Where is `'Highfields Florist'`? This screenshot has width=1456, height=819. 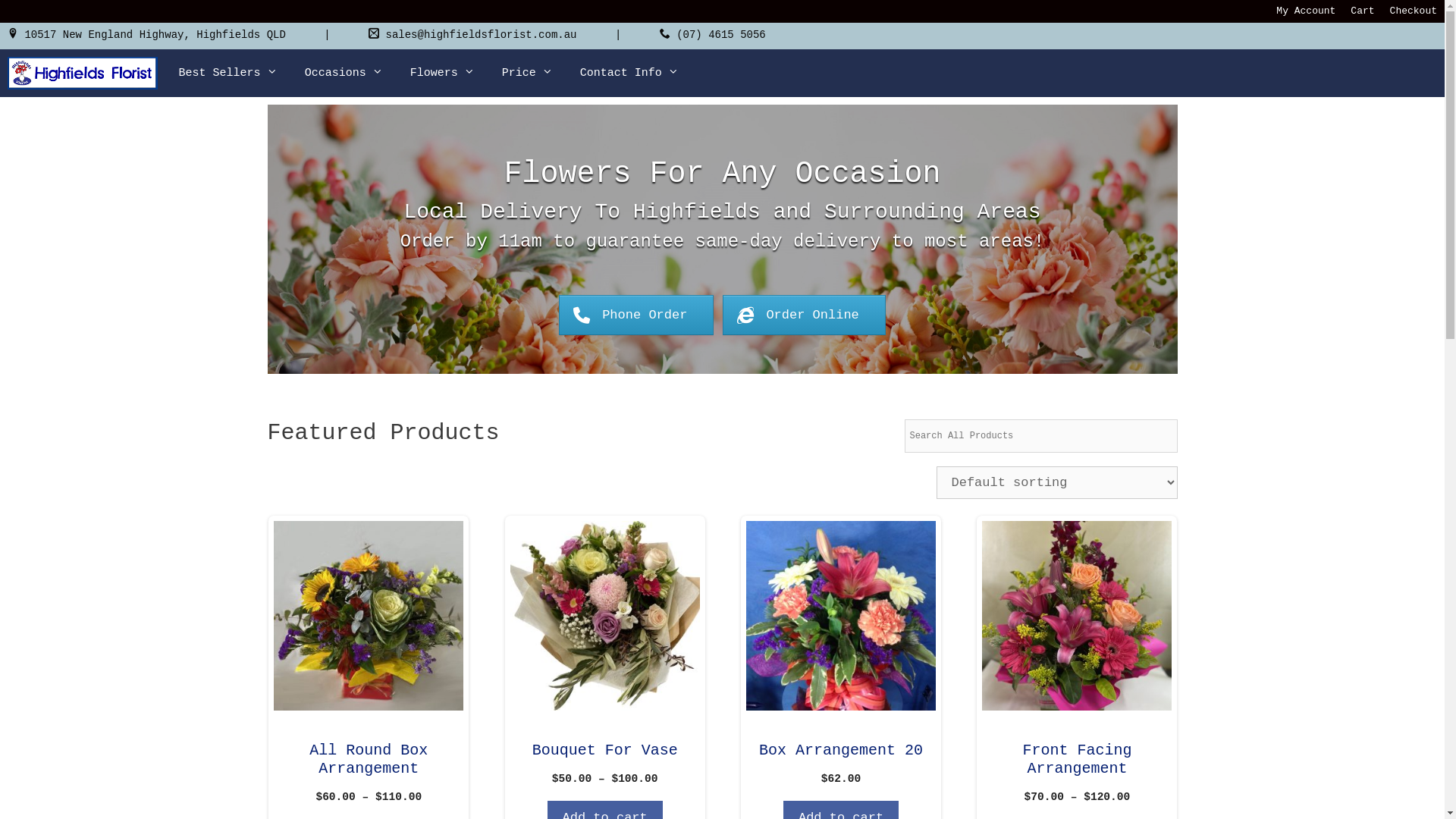
'Highfields Florist' is located at coordinates (82, 72).